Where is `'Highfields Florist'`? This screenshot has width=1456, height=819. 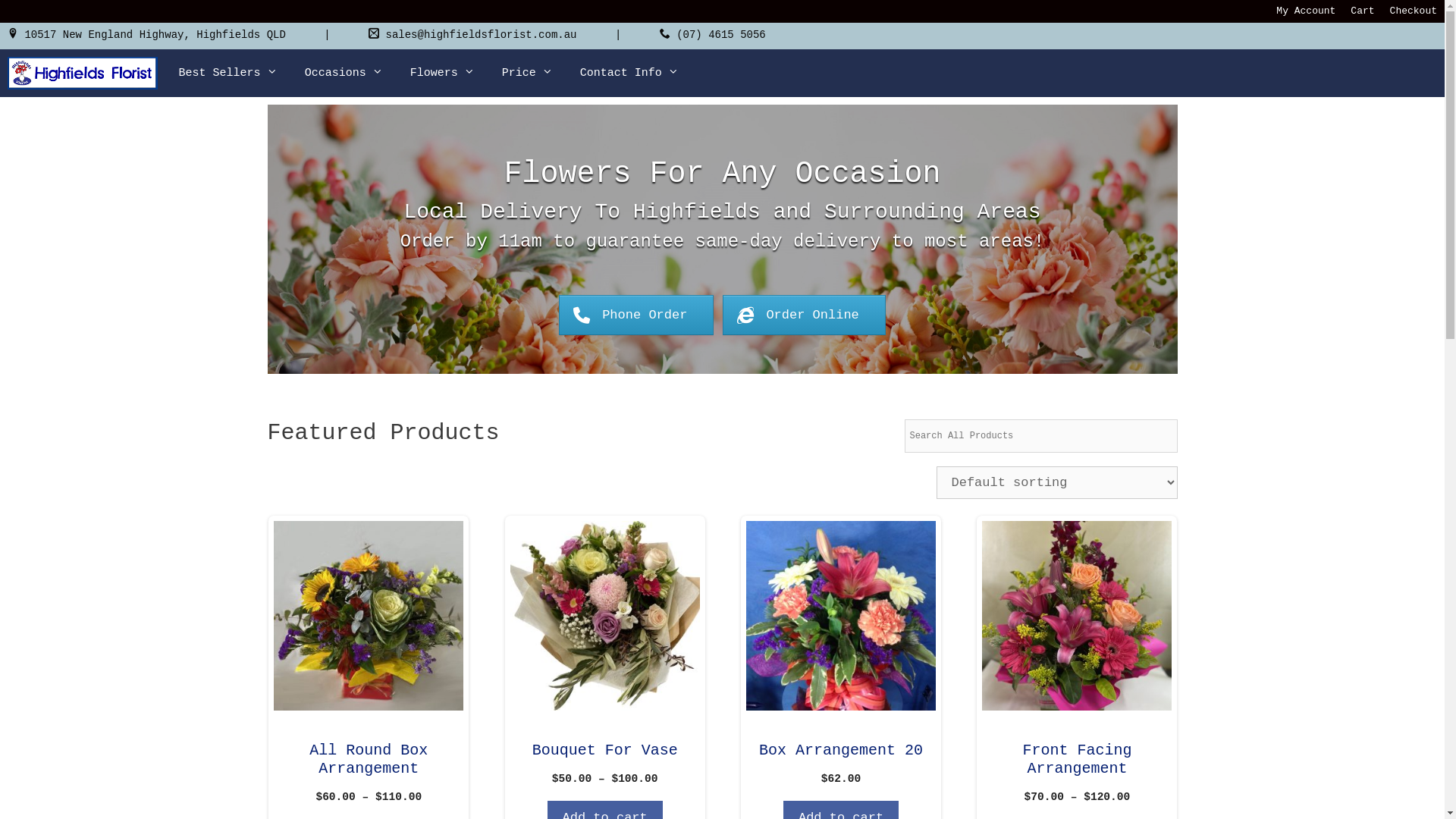
'Highfields Florist' is located at coordinates (82, 72).